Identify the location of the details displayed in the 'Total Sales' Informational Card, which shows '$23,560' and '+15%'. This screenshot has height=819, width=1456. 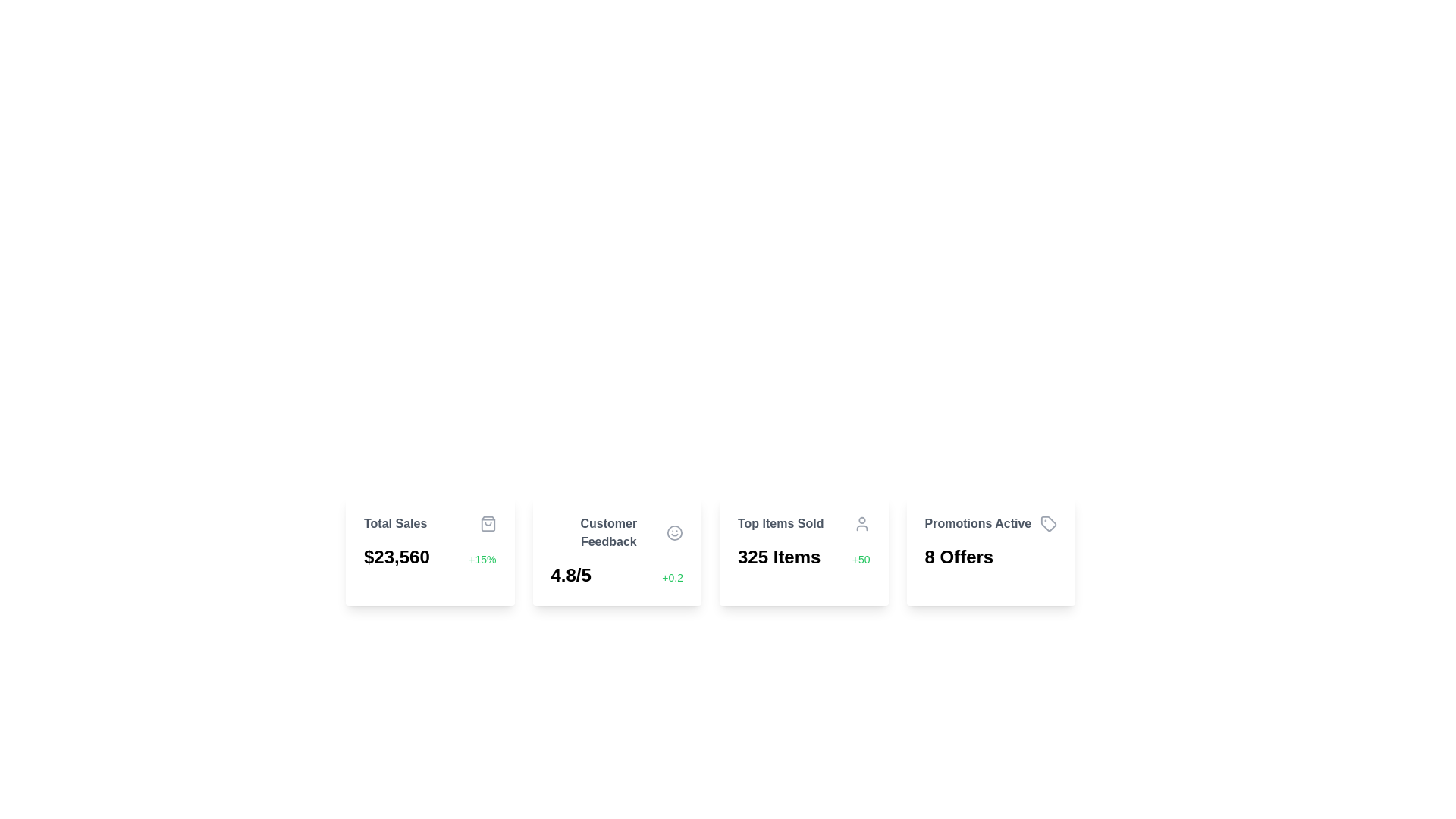
(429, 551).